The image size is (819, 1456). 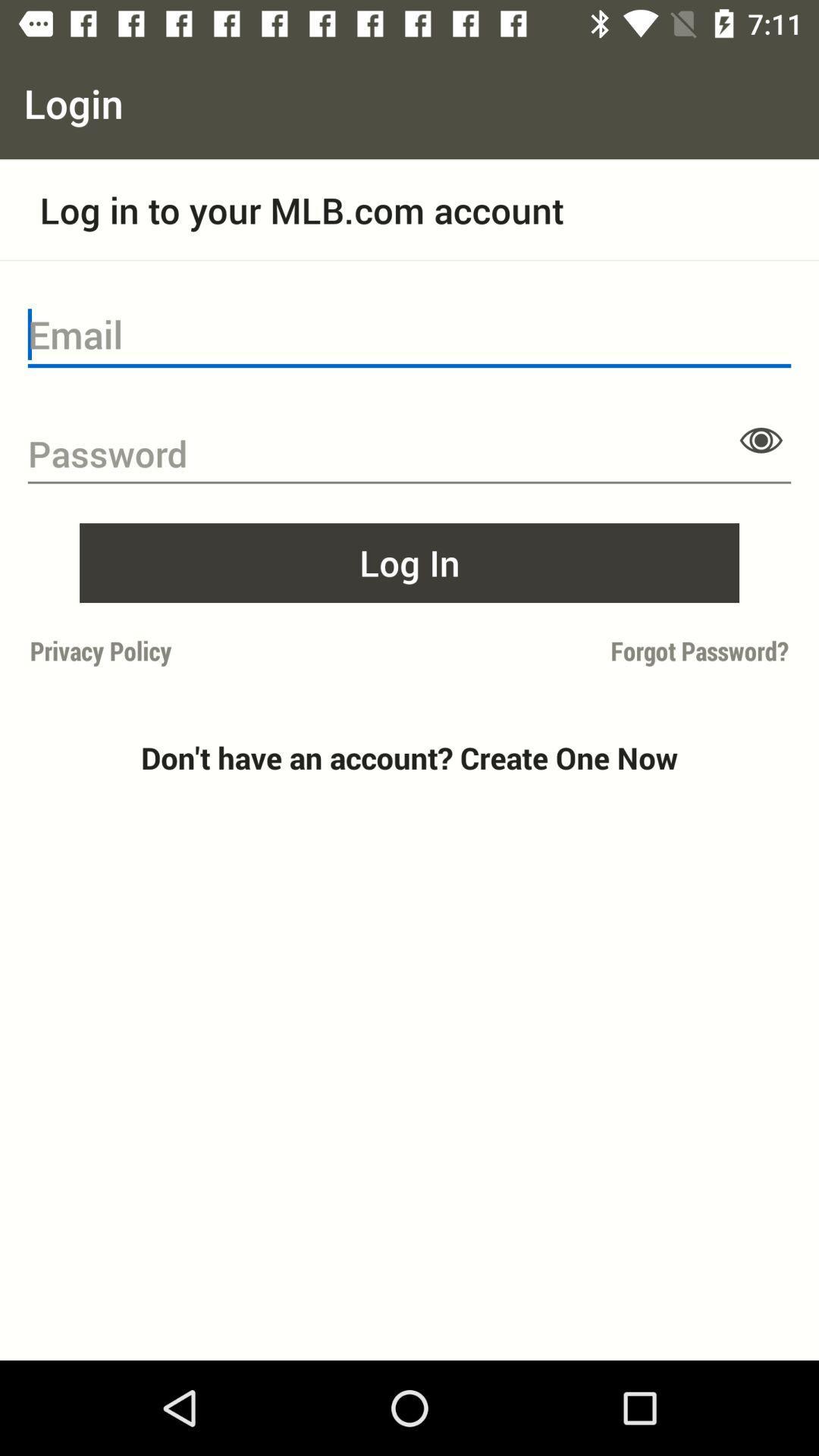 I want to click on show password, so click(x=761, y=439).